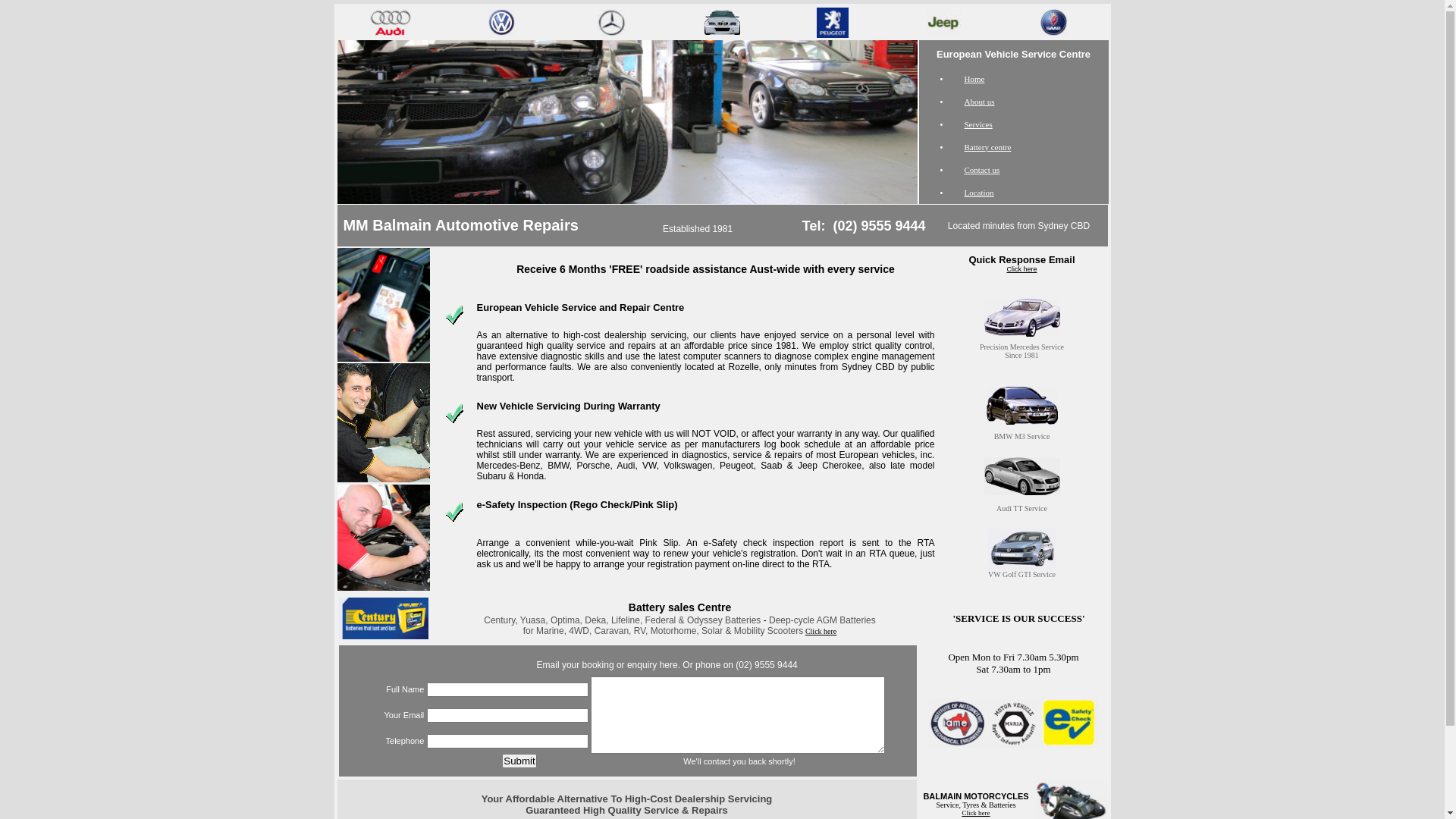 This screenshot has width=1456, height=819. I want to click on 'Email', so click(548, 664).